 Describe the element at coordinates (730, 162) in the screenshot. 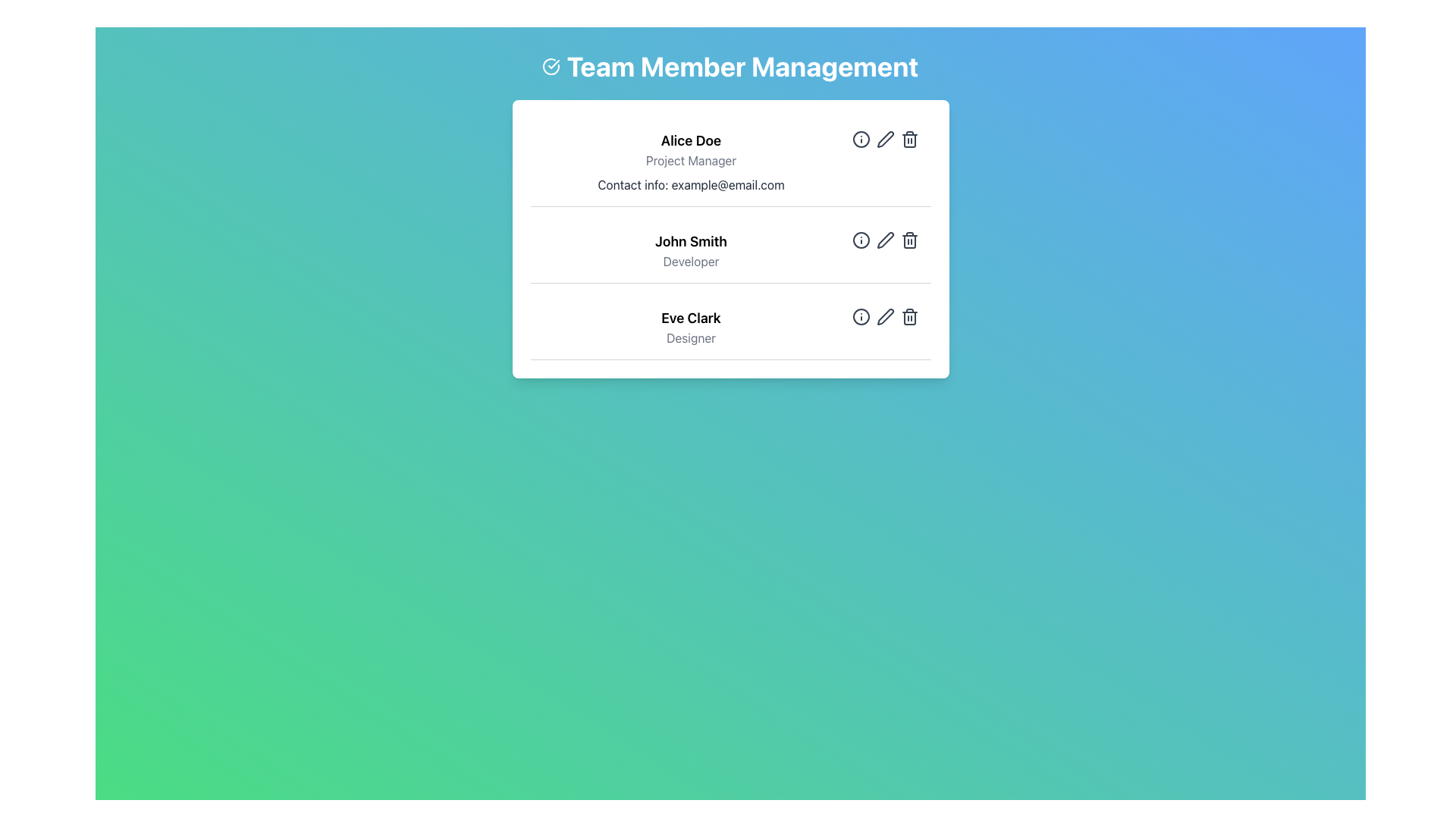

I see `the Information block that displays details about a specific team member, positioned as the first item under 'Team Member Management'` at that location.